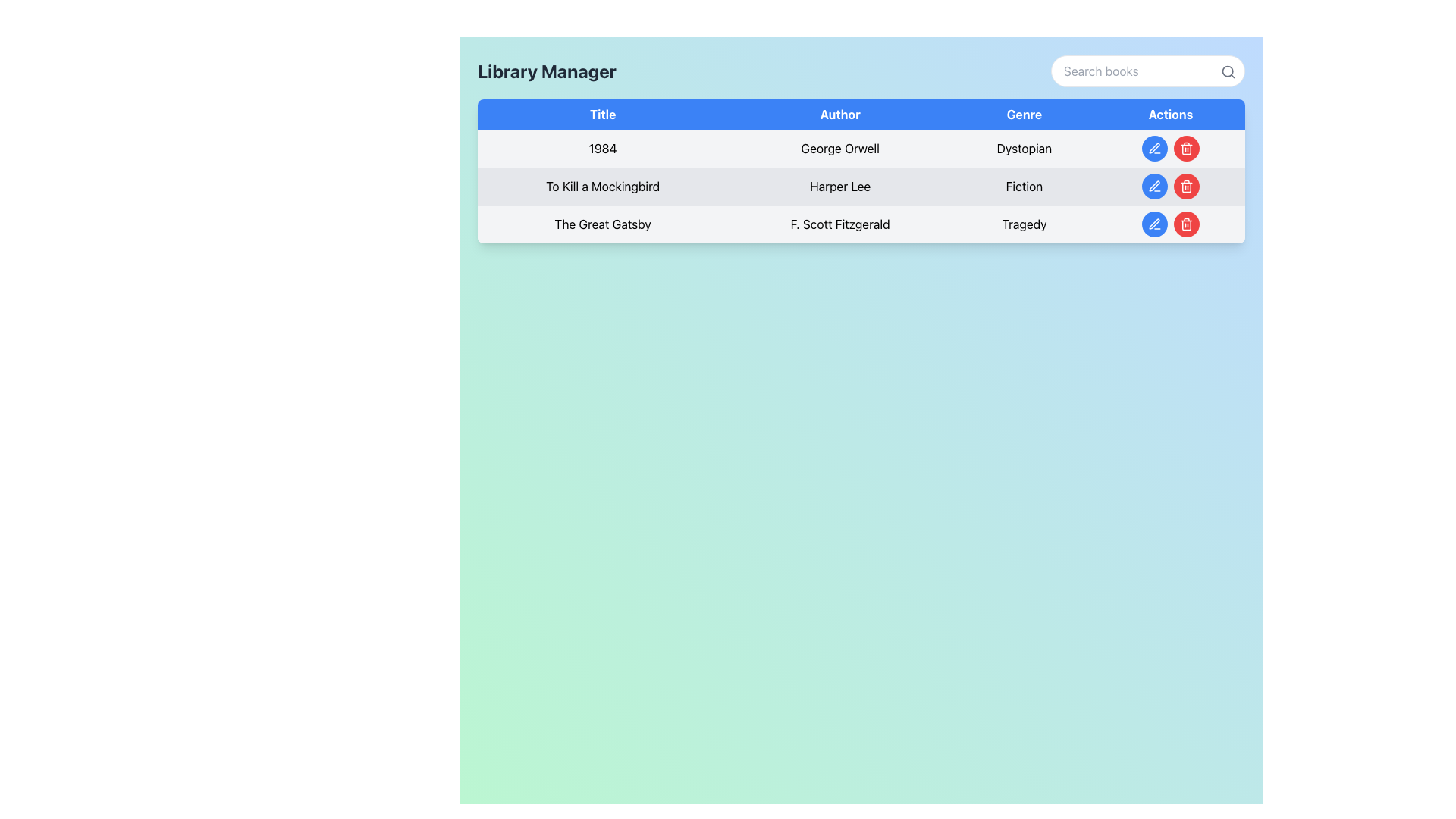 The image size is (1456, 819). I want to click on the button group consisting of an 'Edit' button (blue with a pen icon) and a 'Delete' button (red with a trash bin icon) located in the 'Actions' column of the table row for the book 'To Kill a Mockingbird', so click(1169, 186).